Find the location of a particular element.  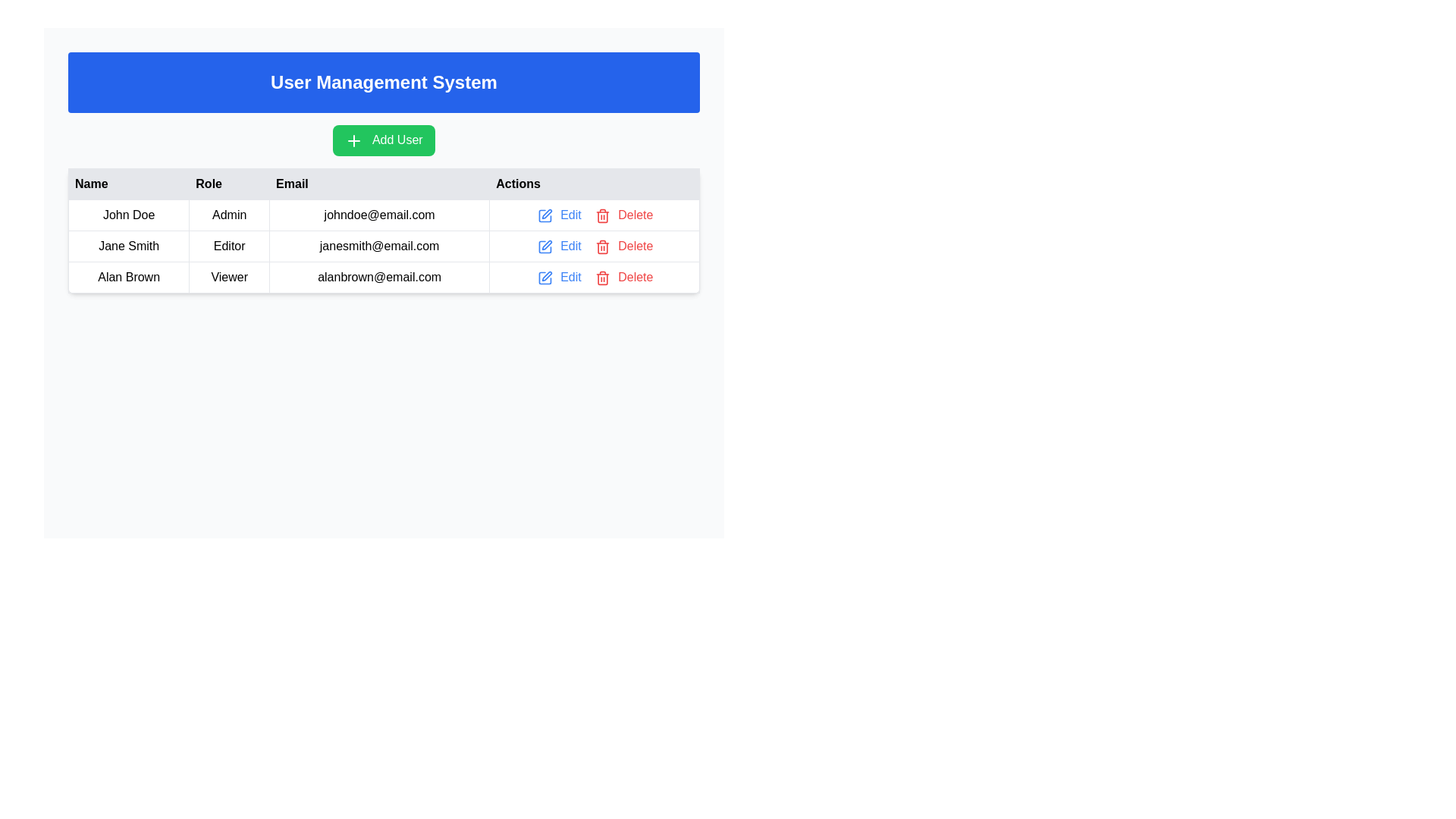

the bold, enlarged text label reading 'User Management System' that is centered at the top of the interface with a blue background is located at coordinates (384, 82).